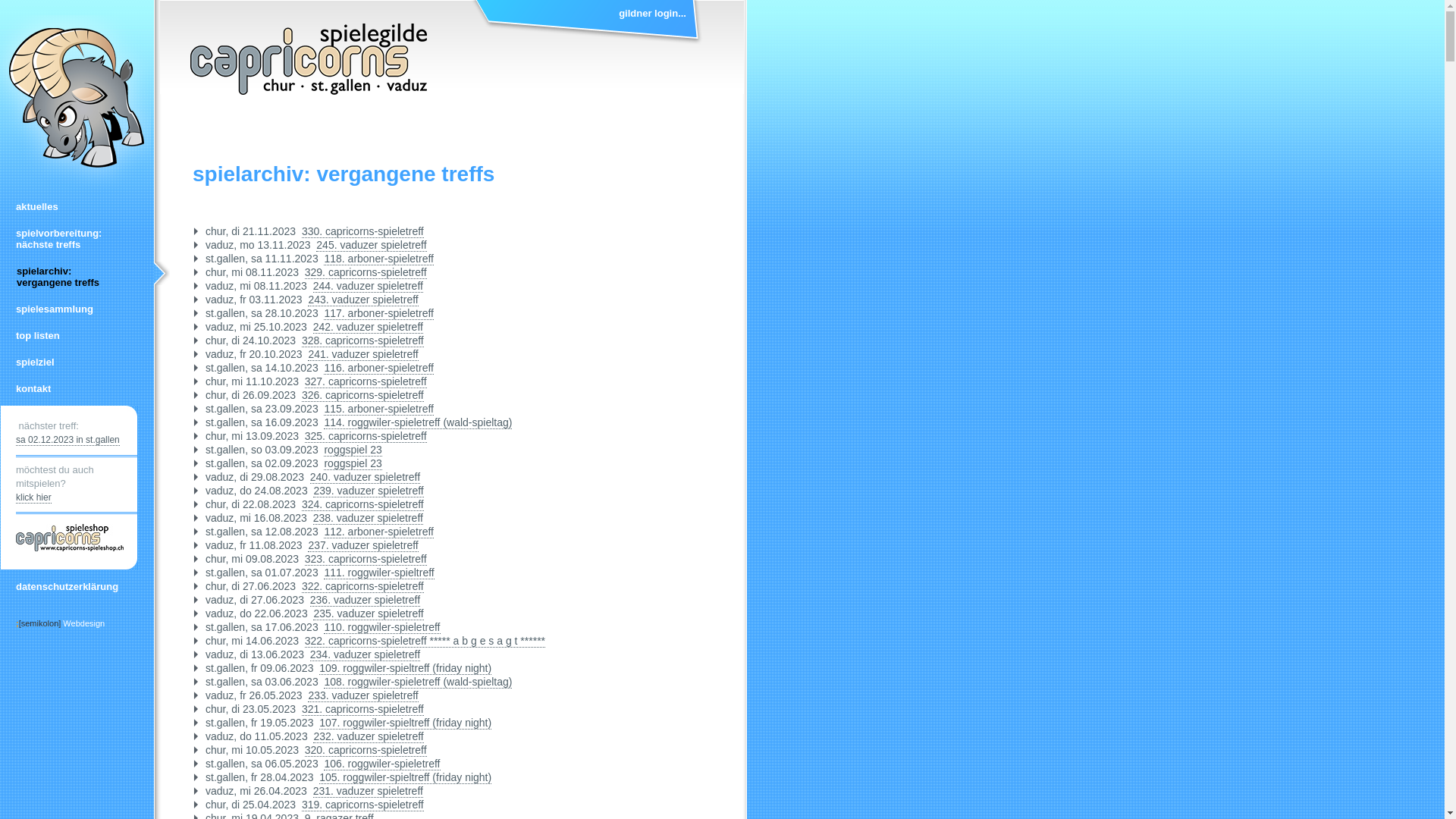 This screenshot has height=819, width=1456. Describe the element at coordinates (368, 790) in the screenshot. I see `'231. vaduzer spieletreff'` at that location.